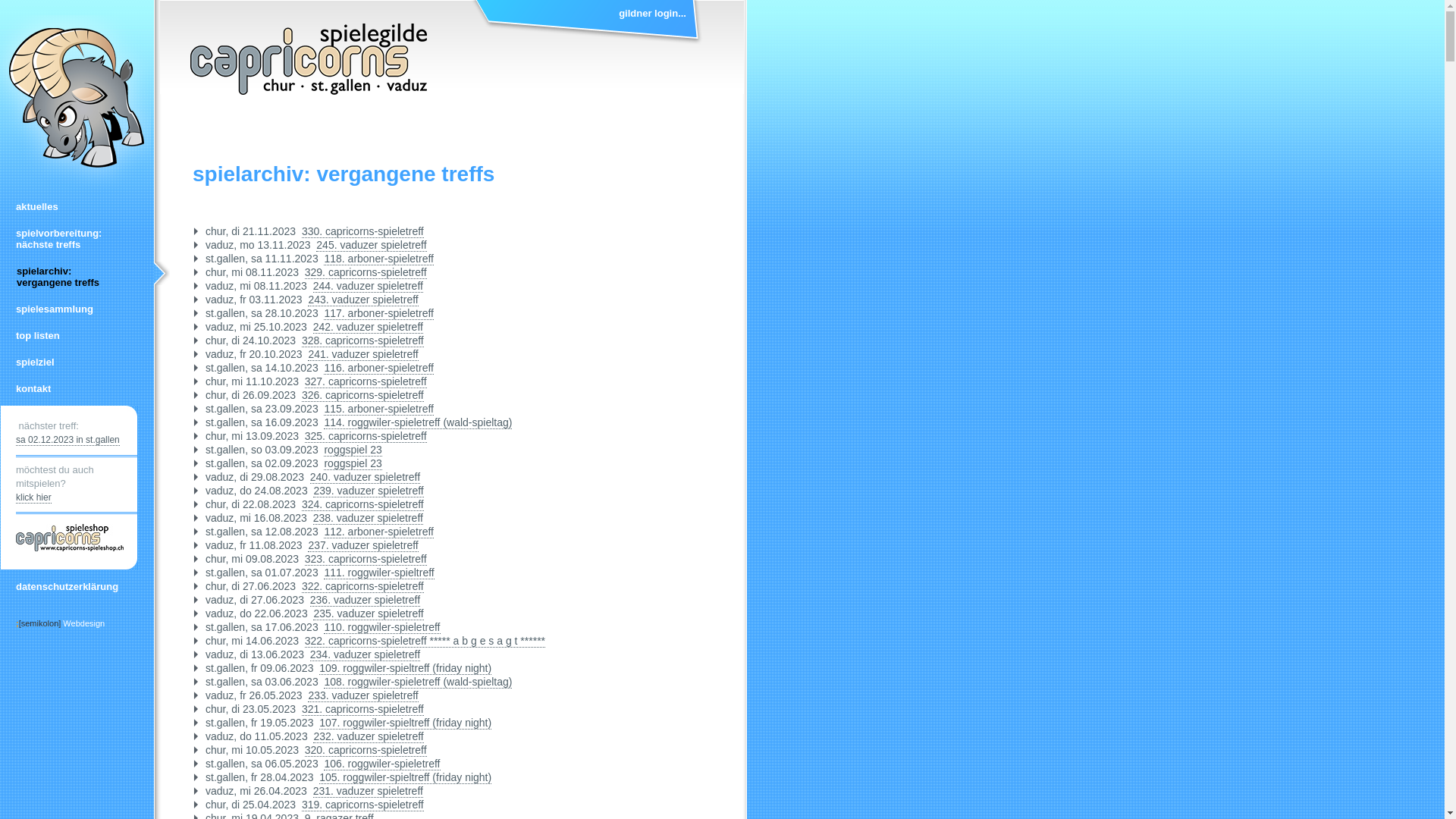 This screenshot has height=819, width=1456. Describe the element at coordinates (368, 790) in the screenshot. I see `'231. vaduzer spieletreff'` at that location.